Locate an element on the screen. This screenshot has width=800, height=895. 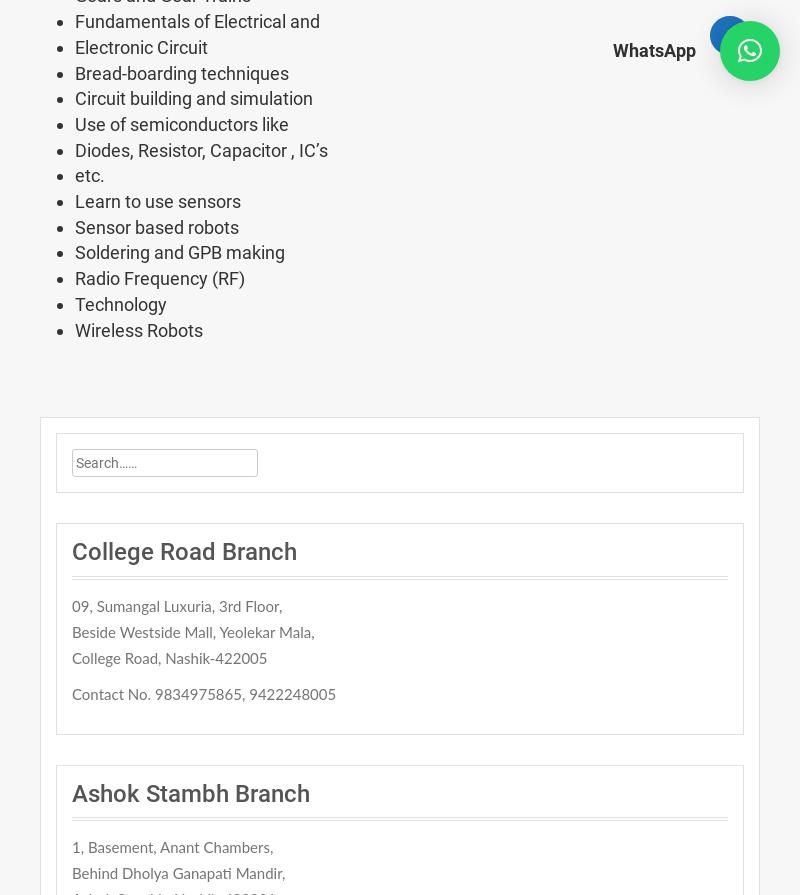
'Diodes, Resistor, Capacitor , IC’s' is located at coordinates (201, 149).